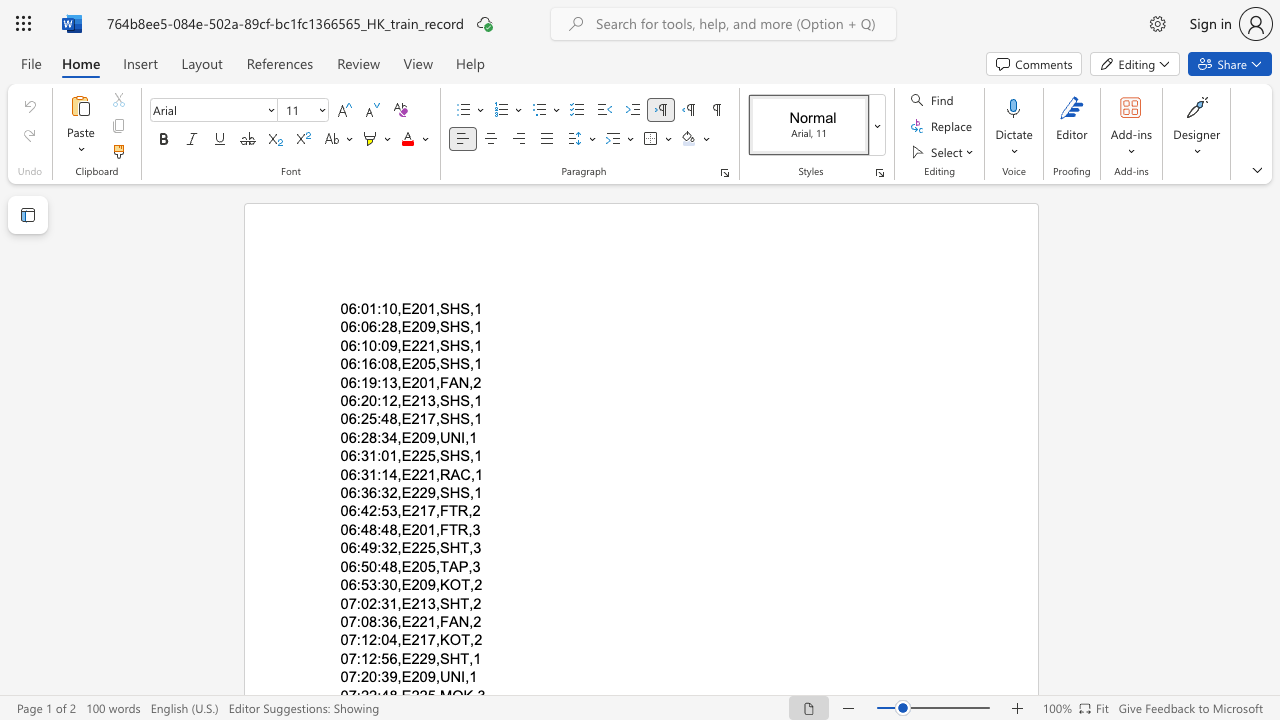 This screenshot has height=720, width=1280. What do you see at coordinates (396, 309) in the screenshot?
I see `the space between the continuous character "0" and "," in the text` at bounding box center [396, 309].